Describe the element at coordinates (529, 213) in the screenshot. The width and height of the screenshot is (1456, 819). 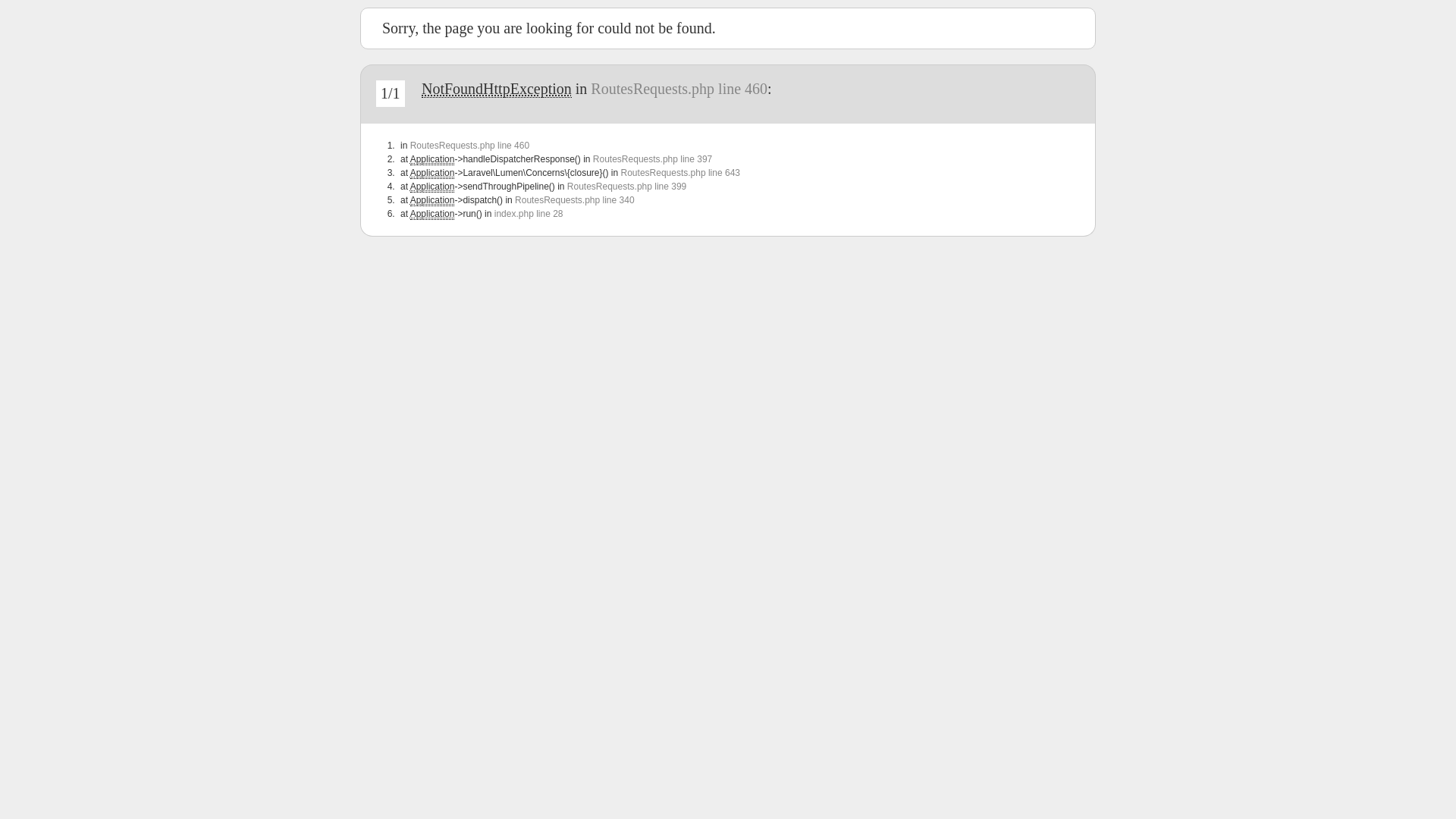
I see `'index.php line 28'` at that location.